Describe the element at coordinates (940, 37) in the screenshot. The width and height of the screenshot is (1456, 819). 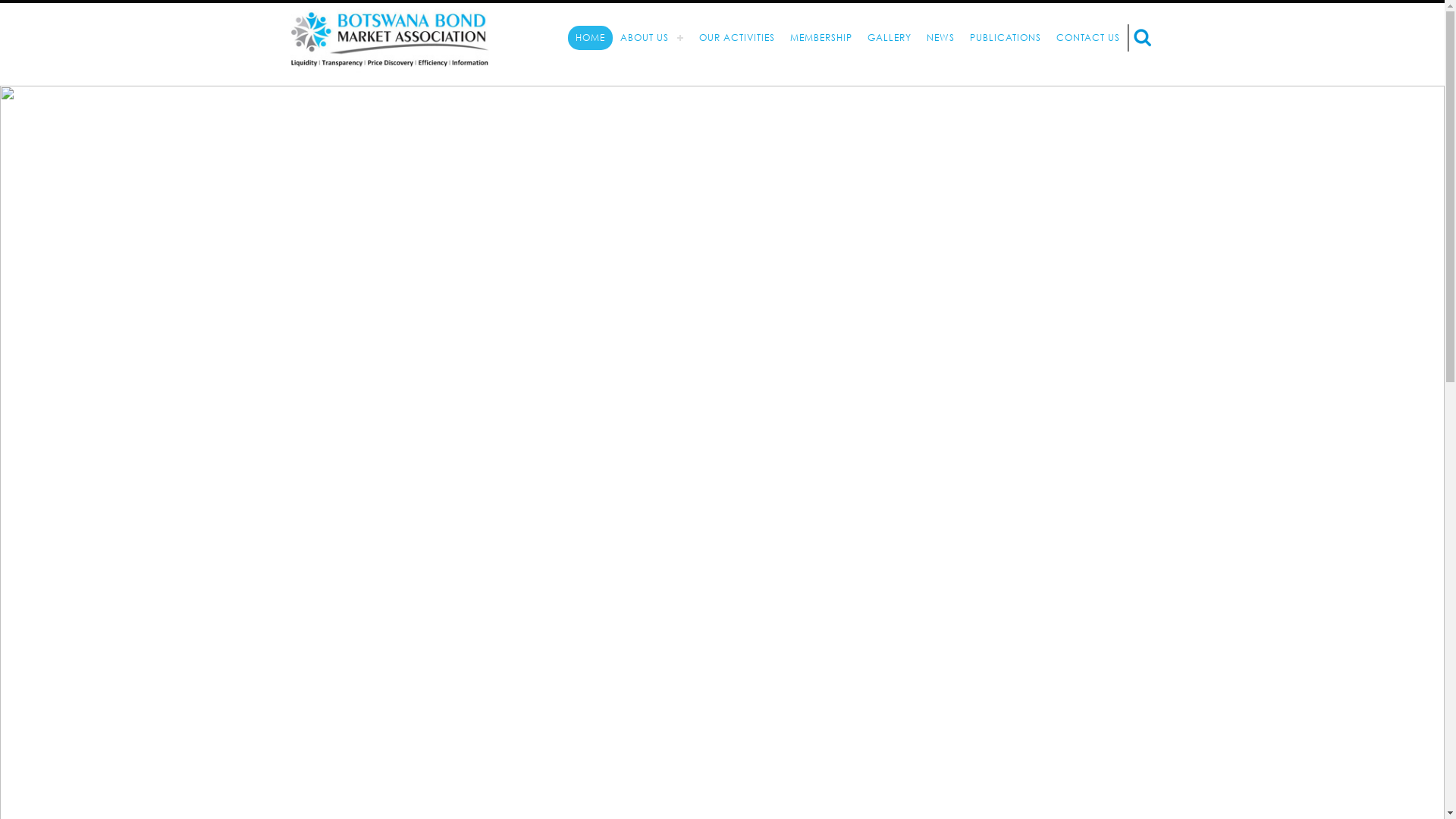
I see `'NEWS'` at that location.